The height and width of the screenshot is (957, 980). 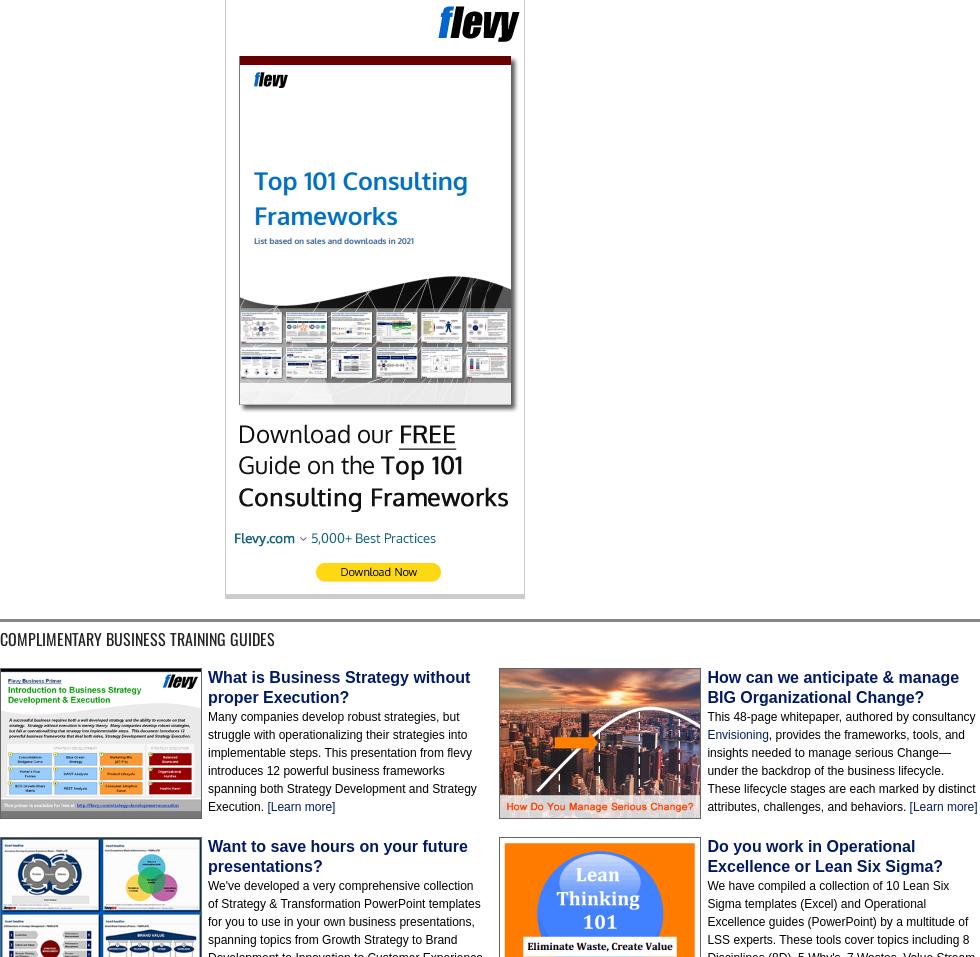 What do you see at coordinates (841, 716) in the screenshot?
I see `'This 48-page whitepaper, authored by consultancy'` at bounding box center [841, 716].